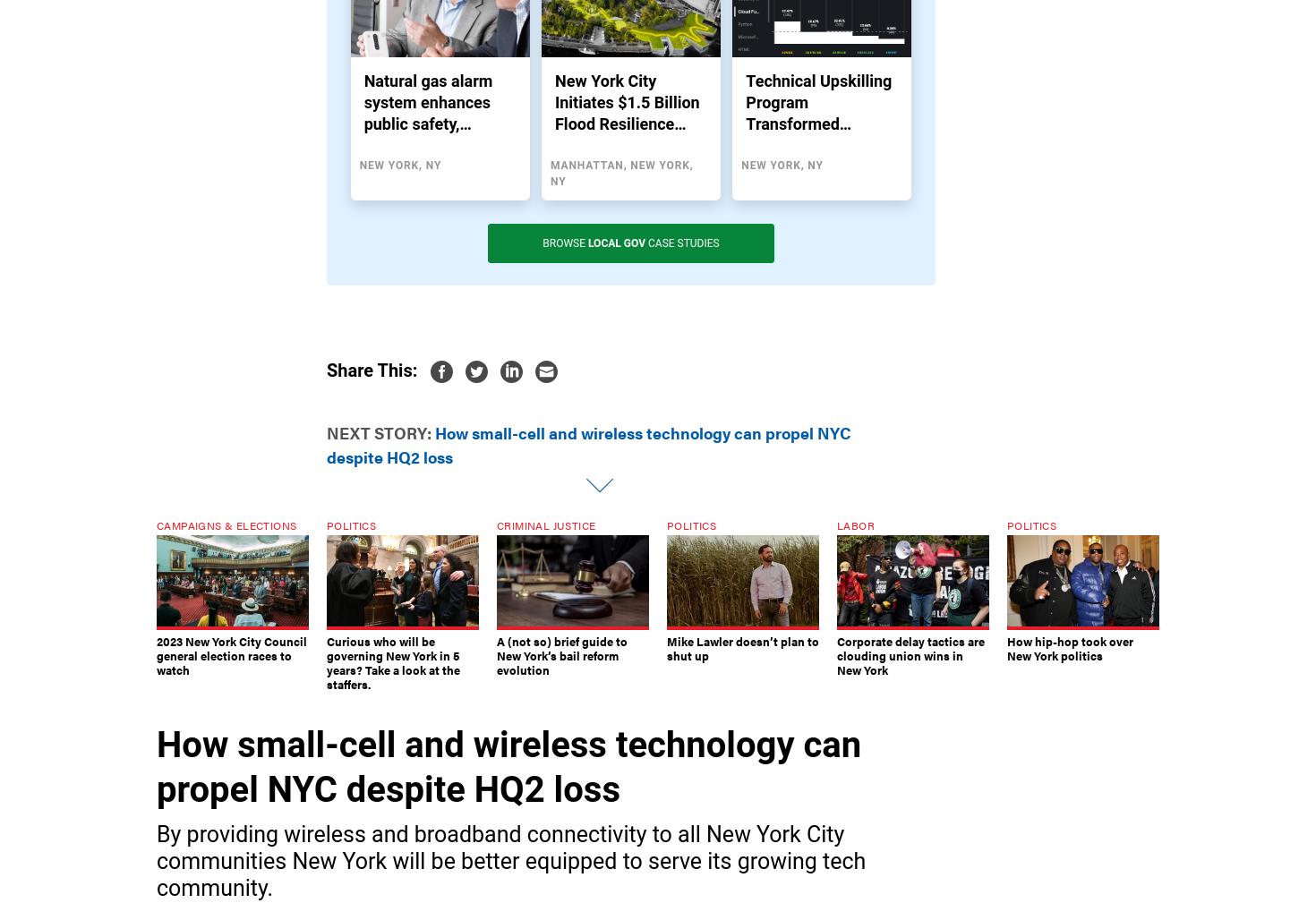 The width and height of the screenshot is (1316, 903). I want to click on 'Share This:', so click(326, 368).